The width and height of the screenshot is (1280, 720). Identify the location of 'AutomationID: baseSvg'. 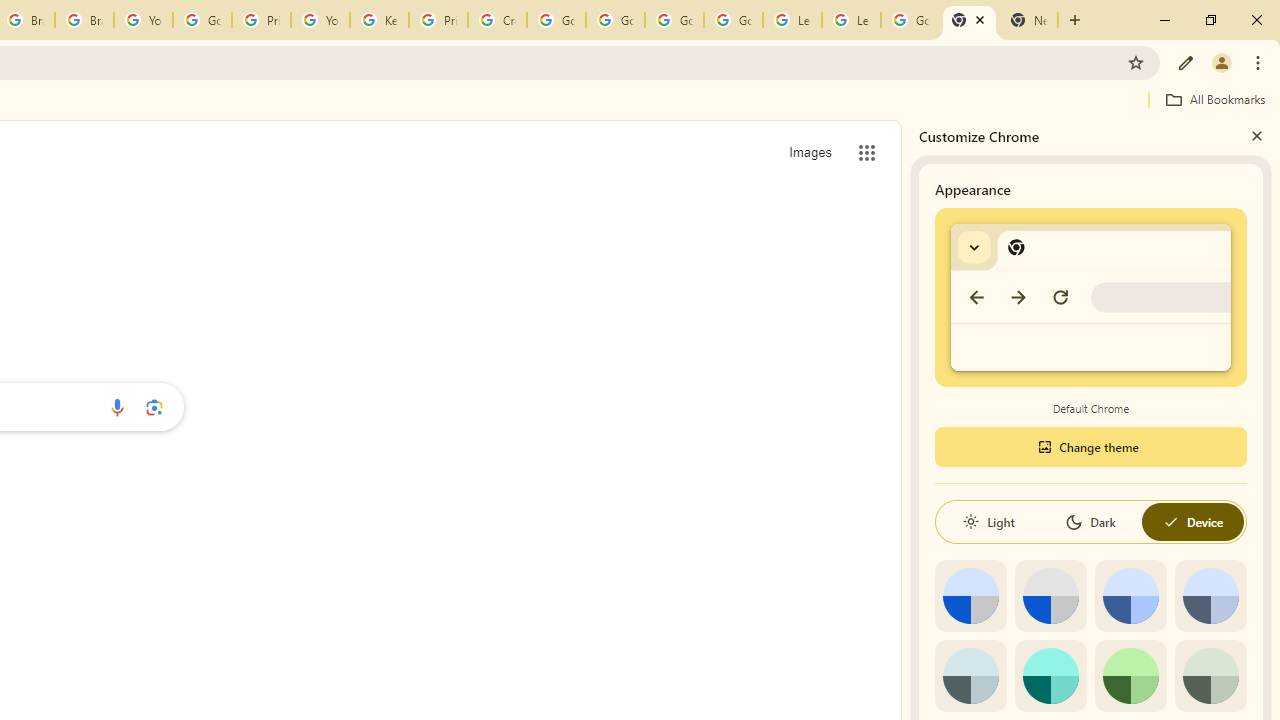
(1170, 521).